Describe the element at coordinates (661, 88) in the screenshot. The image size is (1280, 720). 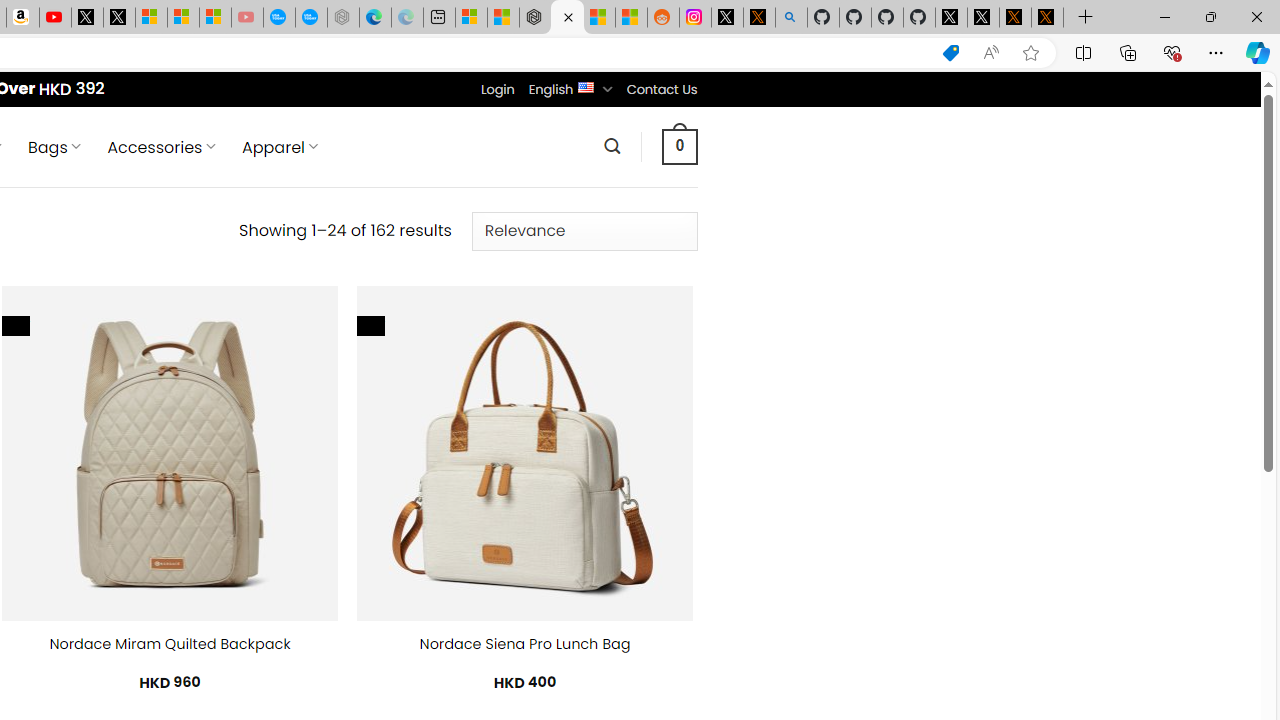
I see `'Contact Us'` at that location.